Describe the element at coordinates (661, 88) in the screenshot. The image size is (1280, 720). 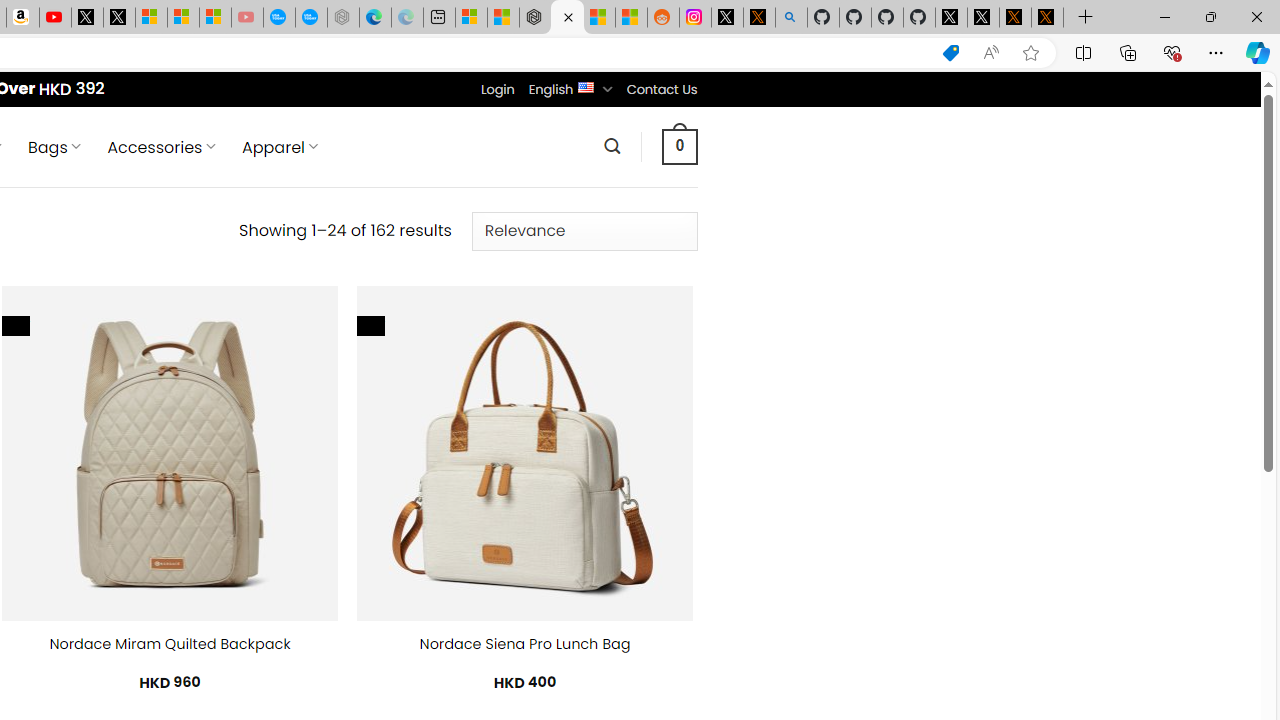
I see `'Contact Us'` at that location.